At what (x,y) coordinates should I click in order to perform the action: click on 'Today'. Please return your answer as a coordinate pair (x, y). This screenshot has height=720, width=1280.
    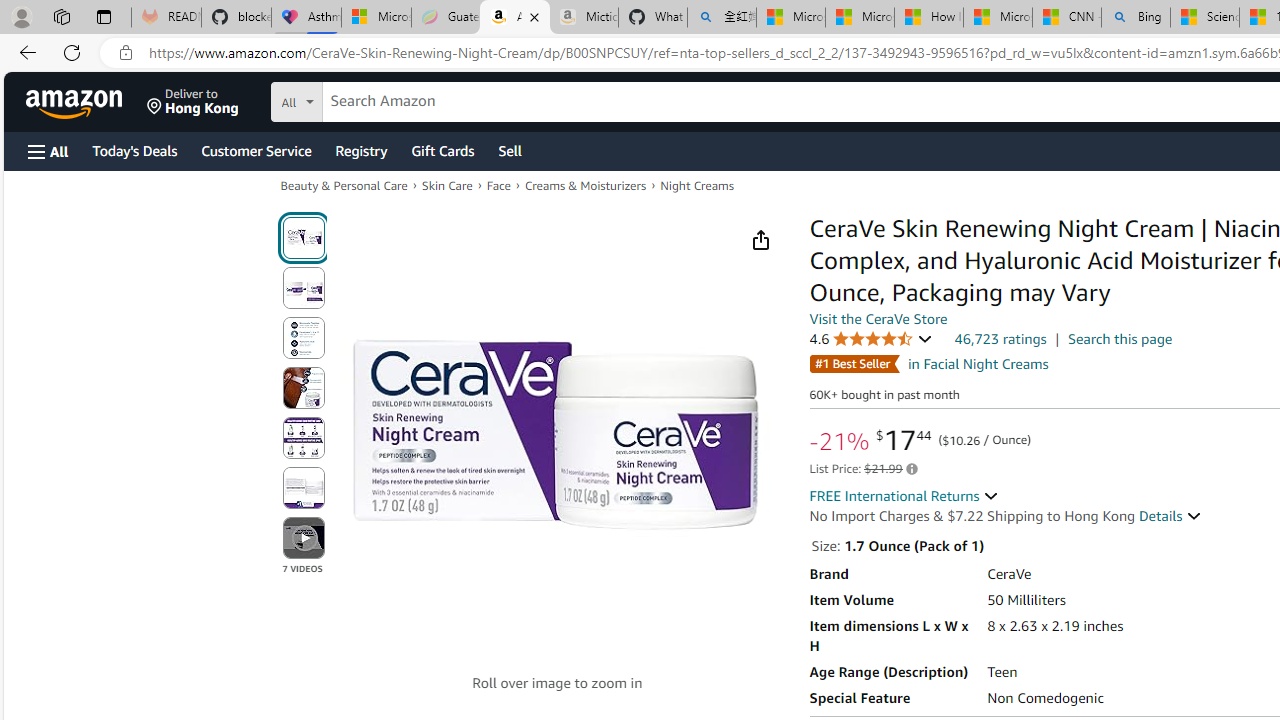
    Looking at the image, I should click on (133, 149).